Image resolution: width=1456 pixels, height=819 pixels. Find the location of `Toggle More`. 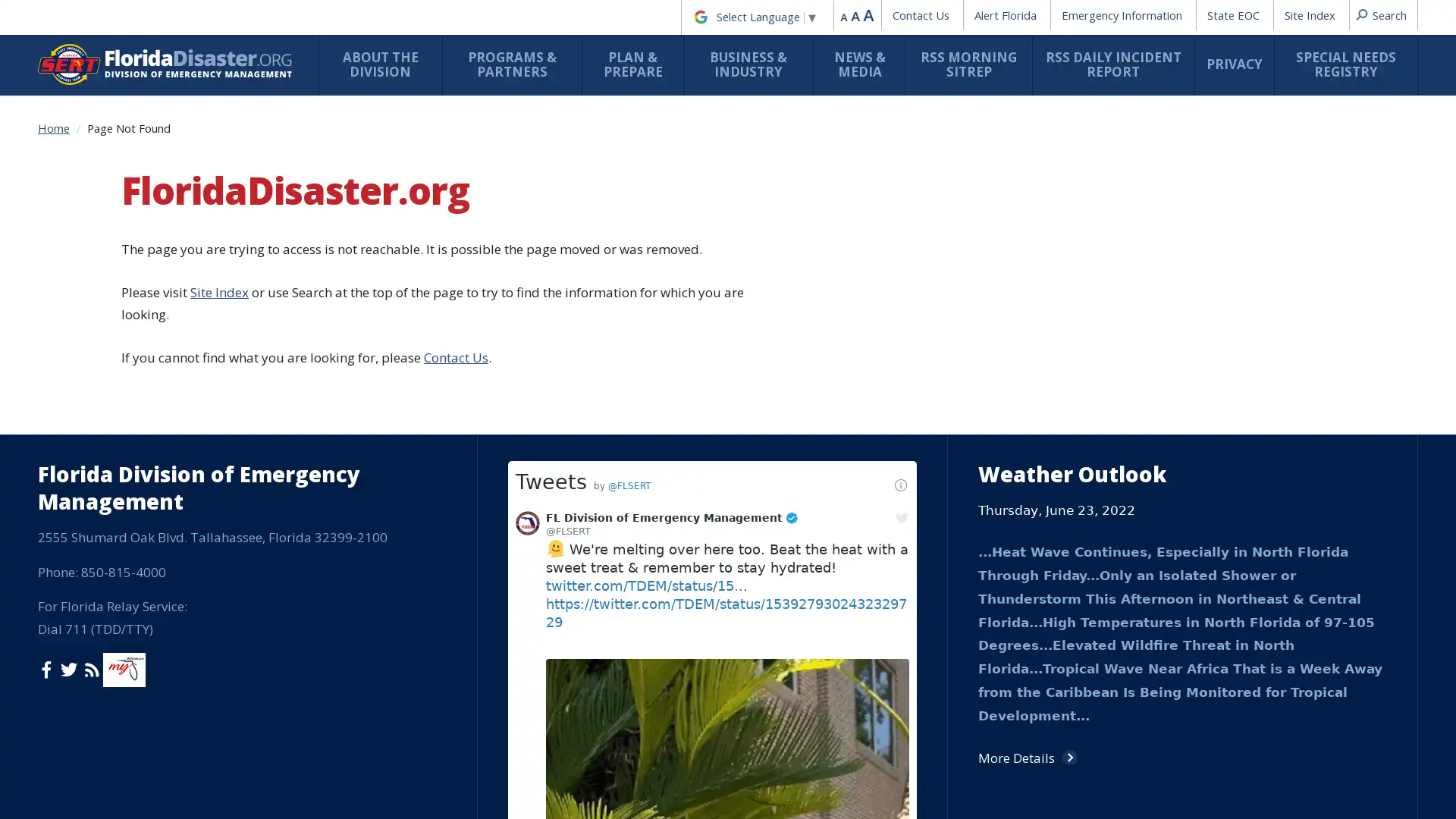

Toggle More is located at coordinates (607, 289).